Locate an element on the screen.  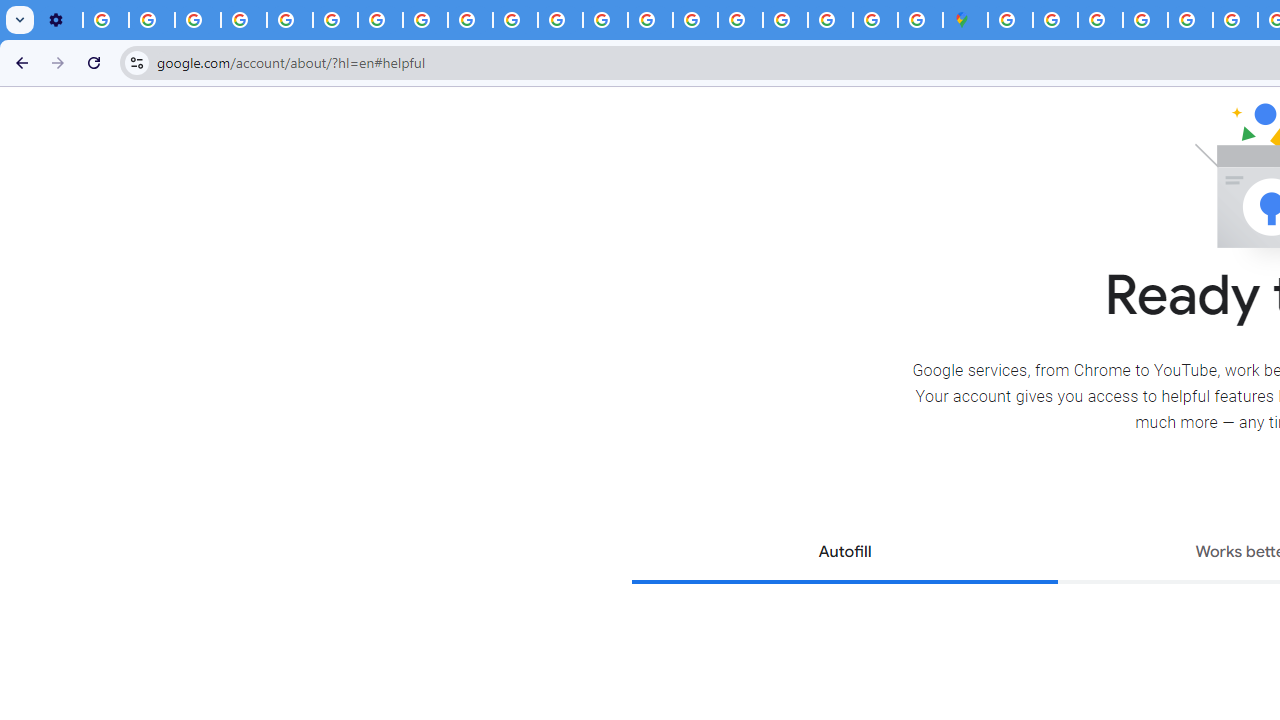
'Sign in - Google Accounts' is located at coordinates (1054, 20).